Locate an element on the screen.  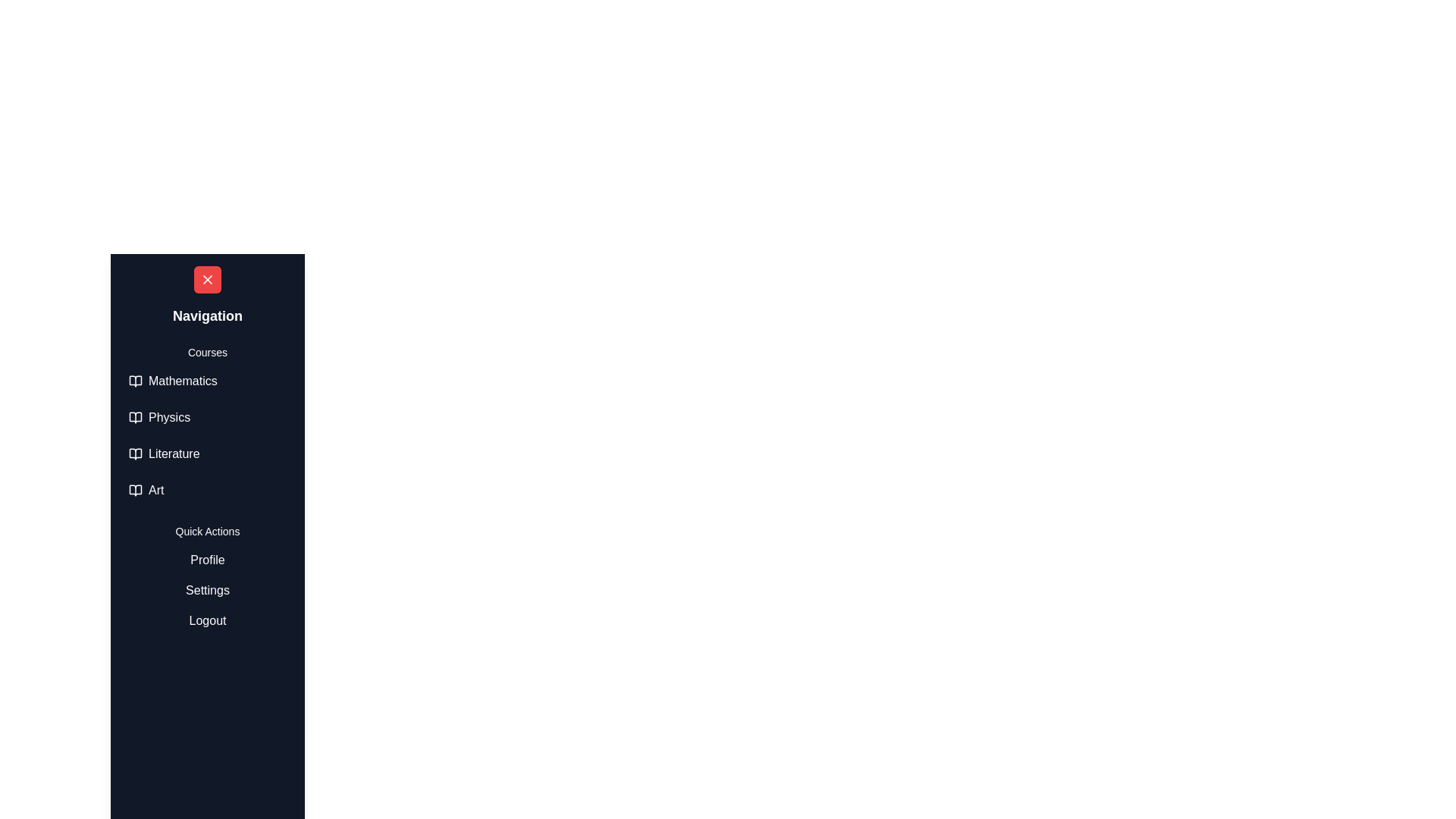
the 'Literature' navigation button is located at coordinates (206, 453).